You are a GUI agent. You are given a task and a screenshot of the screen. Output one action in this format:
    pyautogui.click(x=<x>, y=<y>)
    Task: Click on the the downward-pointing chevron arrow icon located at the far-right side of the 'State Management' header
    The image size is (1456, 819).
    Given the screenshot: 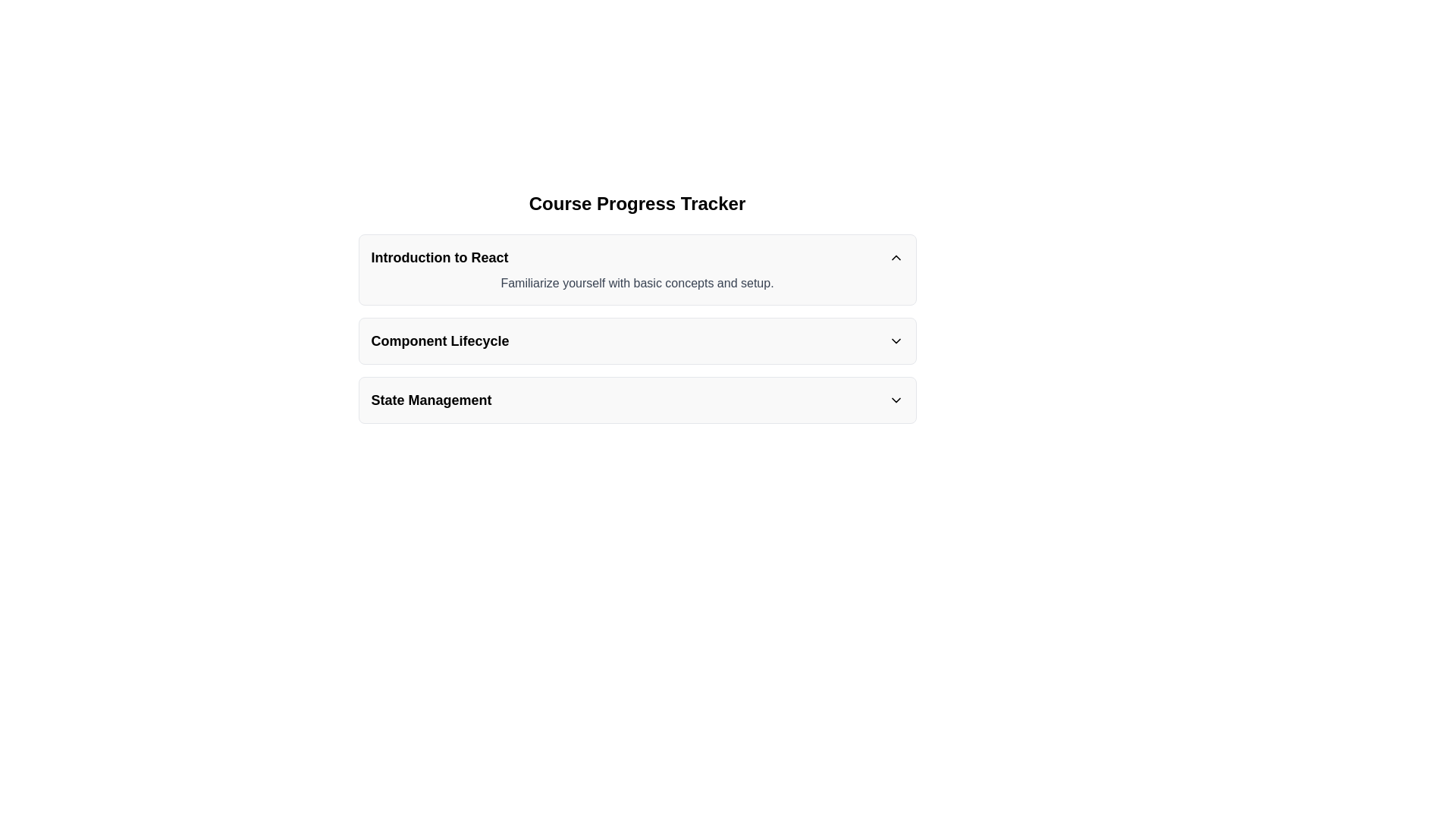 What is the action you would take?
    pyautogui.click(x=896, y=400)
    